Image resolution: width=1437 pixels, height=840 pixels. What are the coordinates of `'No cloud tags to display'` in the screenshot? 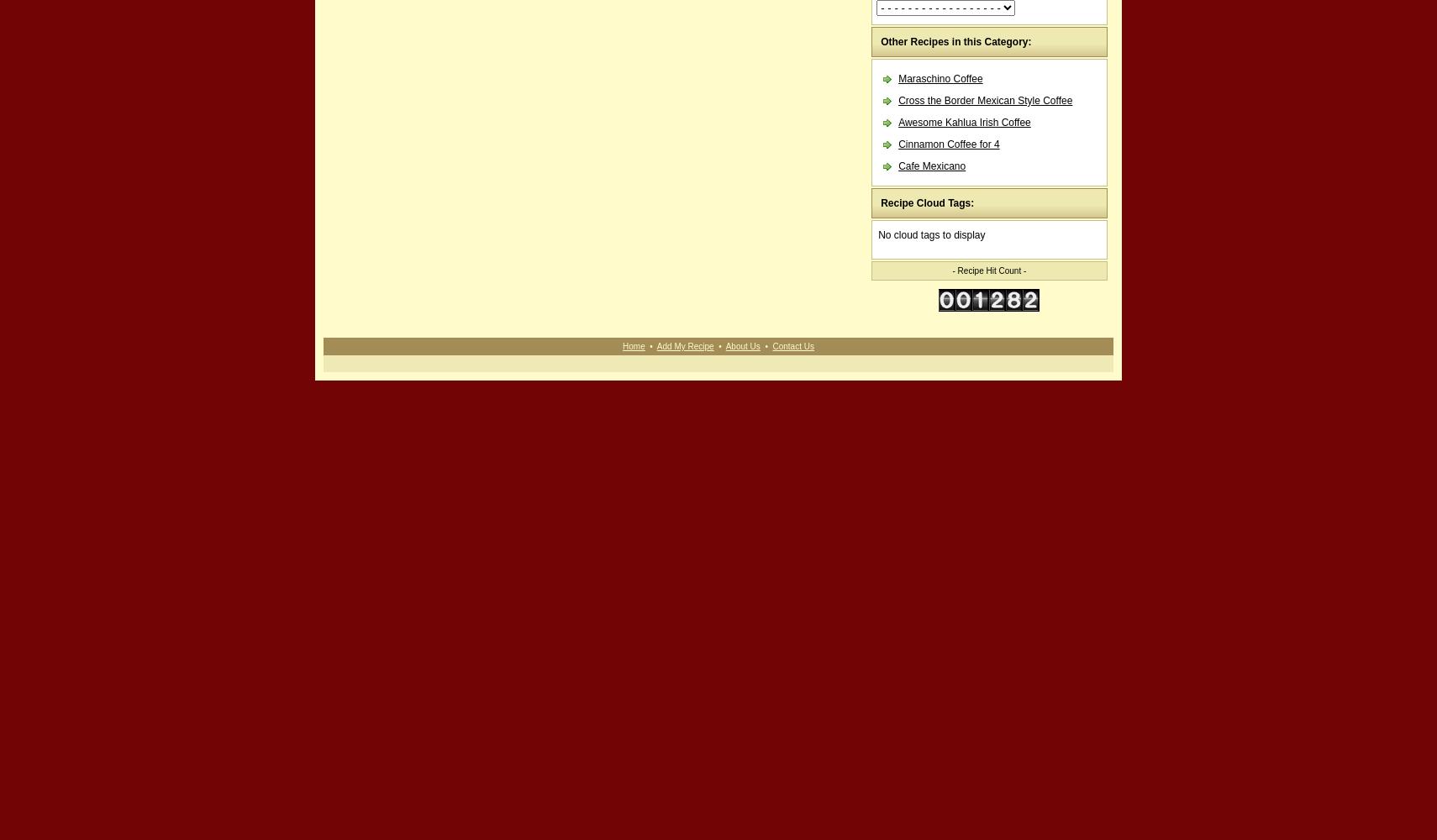 It's located at (930, 235).